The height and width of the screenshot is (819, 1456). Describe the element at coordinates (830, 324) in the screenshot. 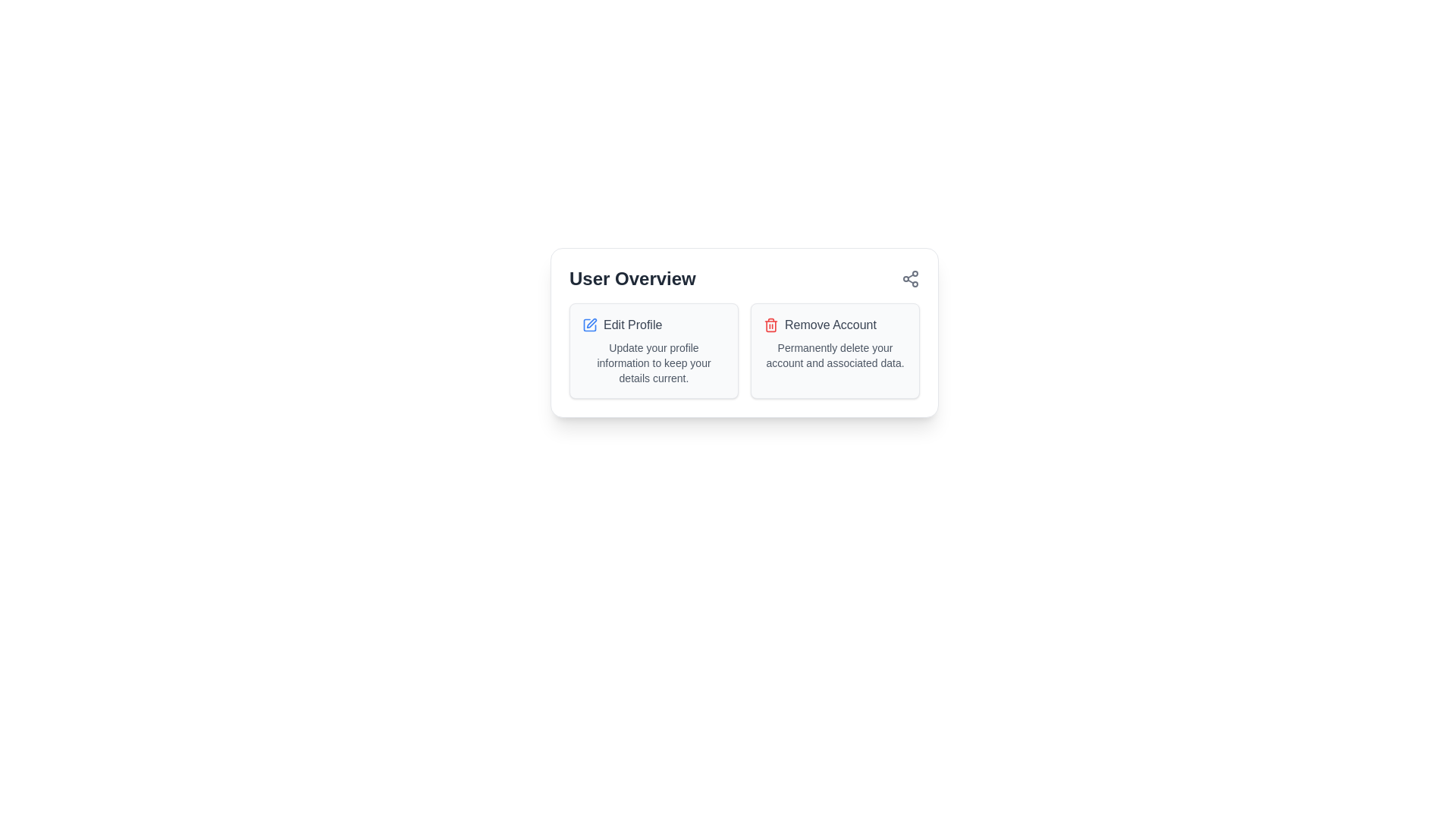

I see `the text label indicating the purpose of removing an account, located to the right of the trash can icon in the 'User Overview' panel` at that location.